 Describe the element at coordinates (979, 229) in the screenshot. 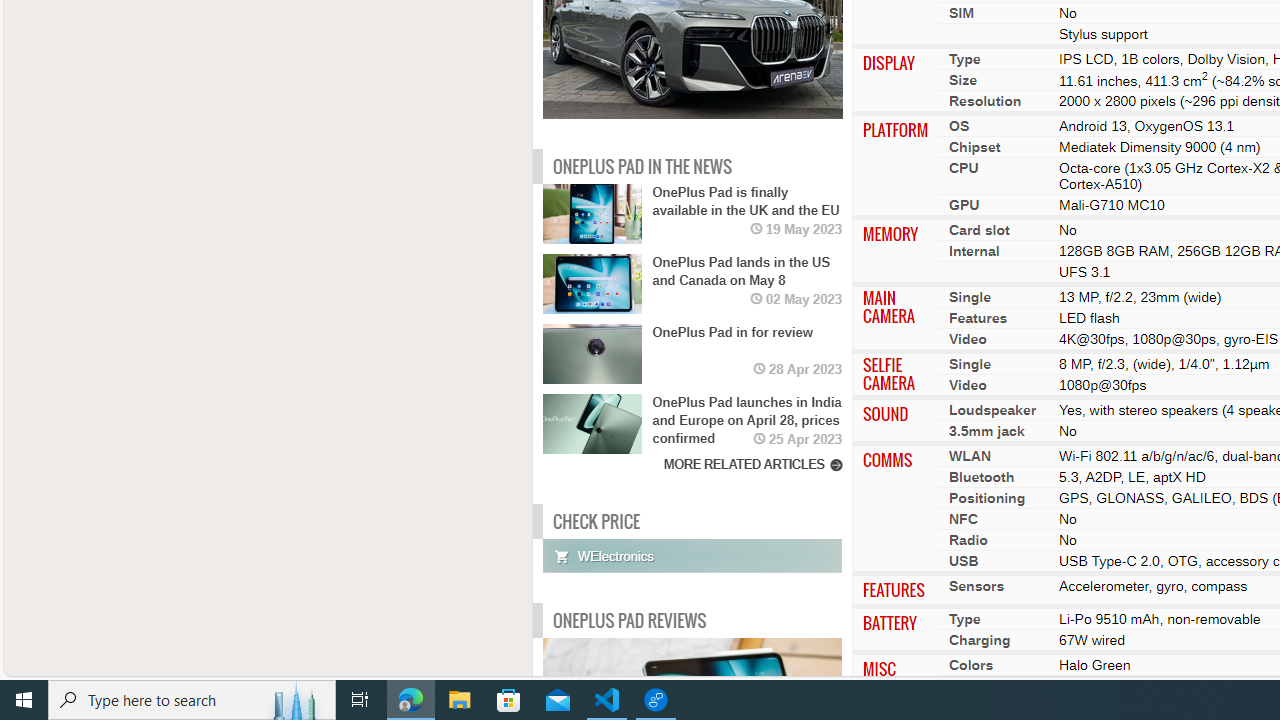

I see `'Card slot'` at that location.